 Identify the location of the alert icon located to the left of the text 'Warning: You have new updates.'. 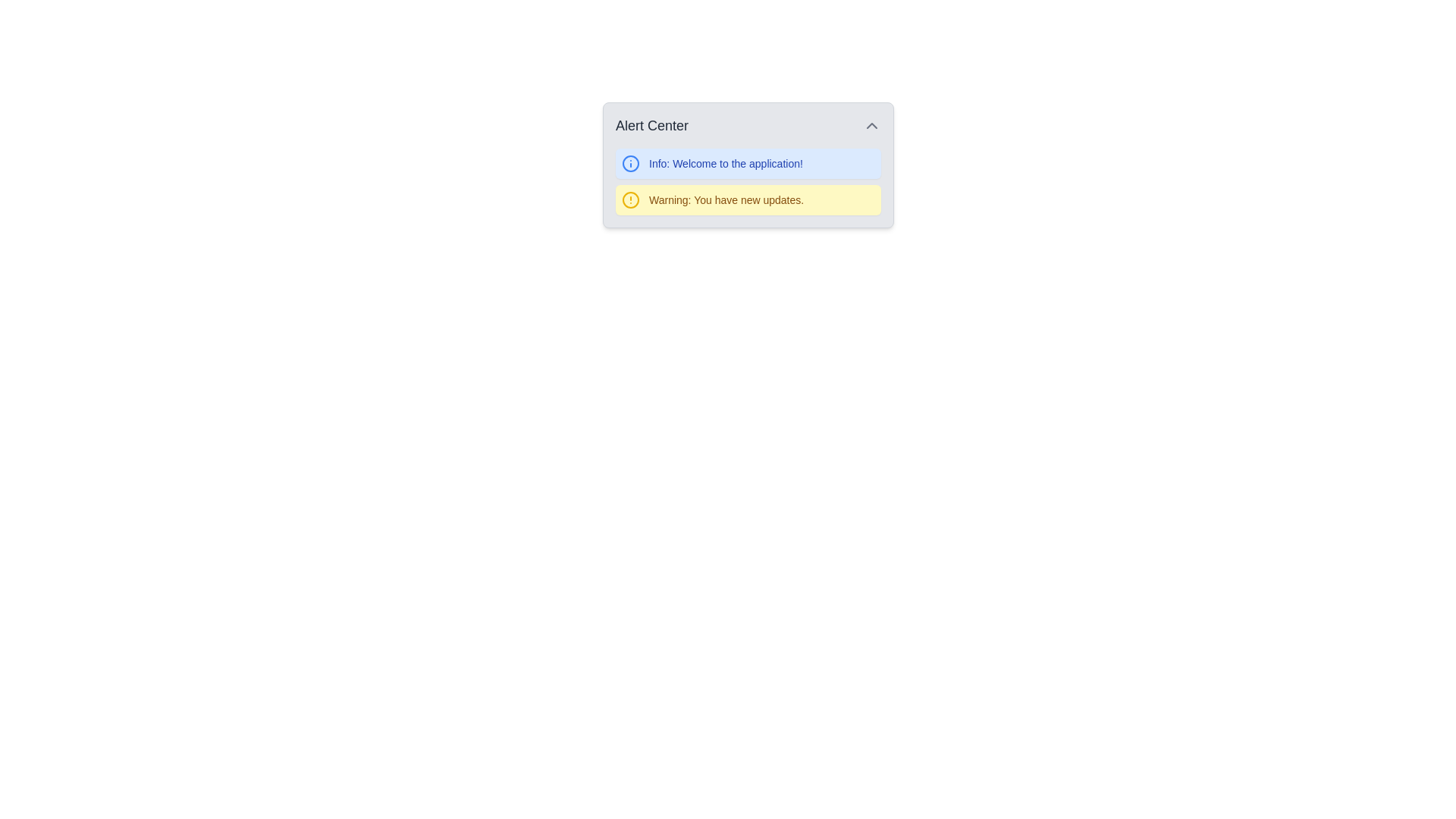
(630, 199).